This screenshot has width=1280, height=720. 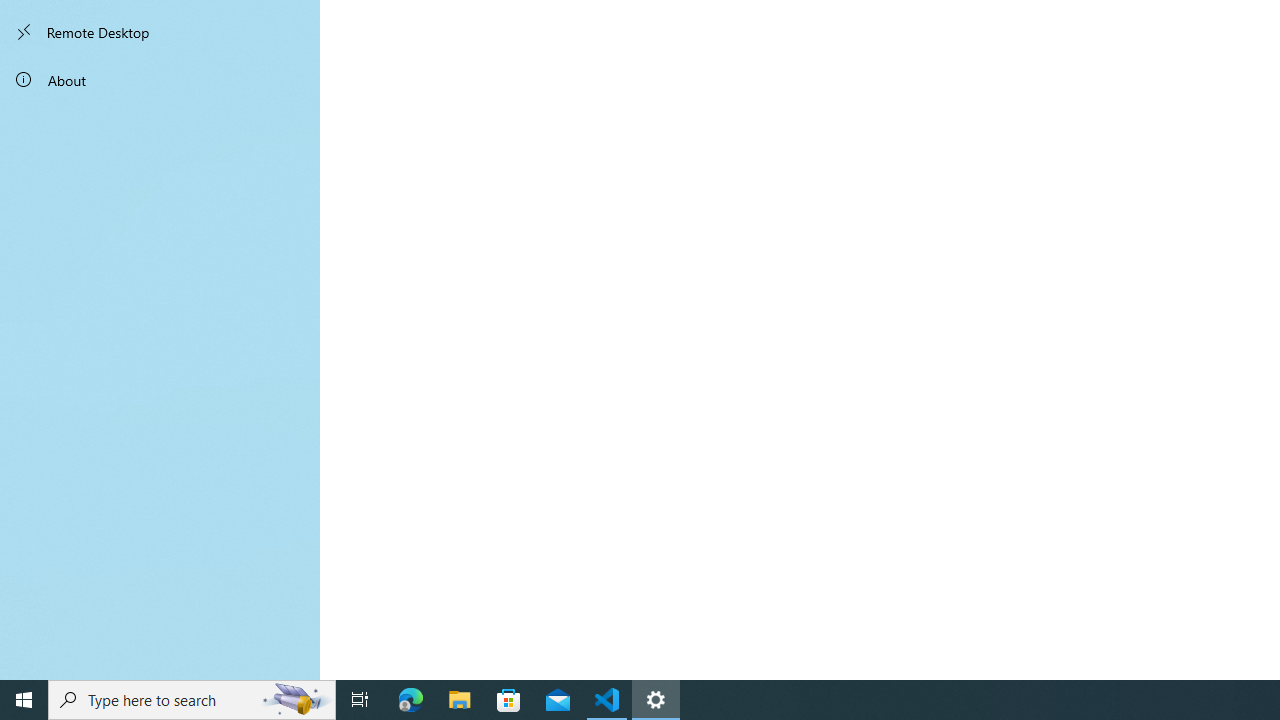 What do you see at coordinates (160, 78) in the screenshot?
I see `'About'` at bounding box center [160, 78].